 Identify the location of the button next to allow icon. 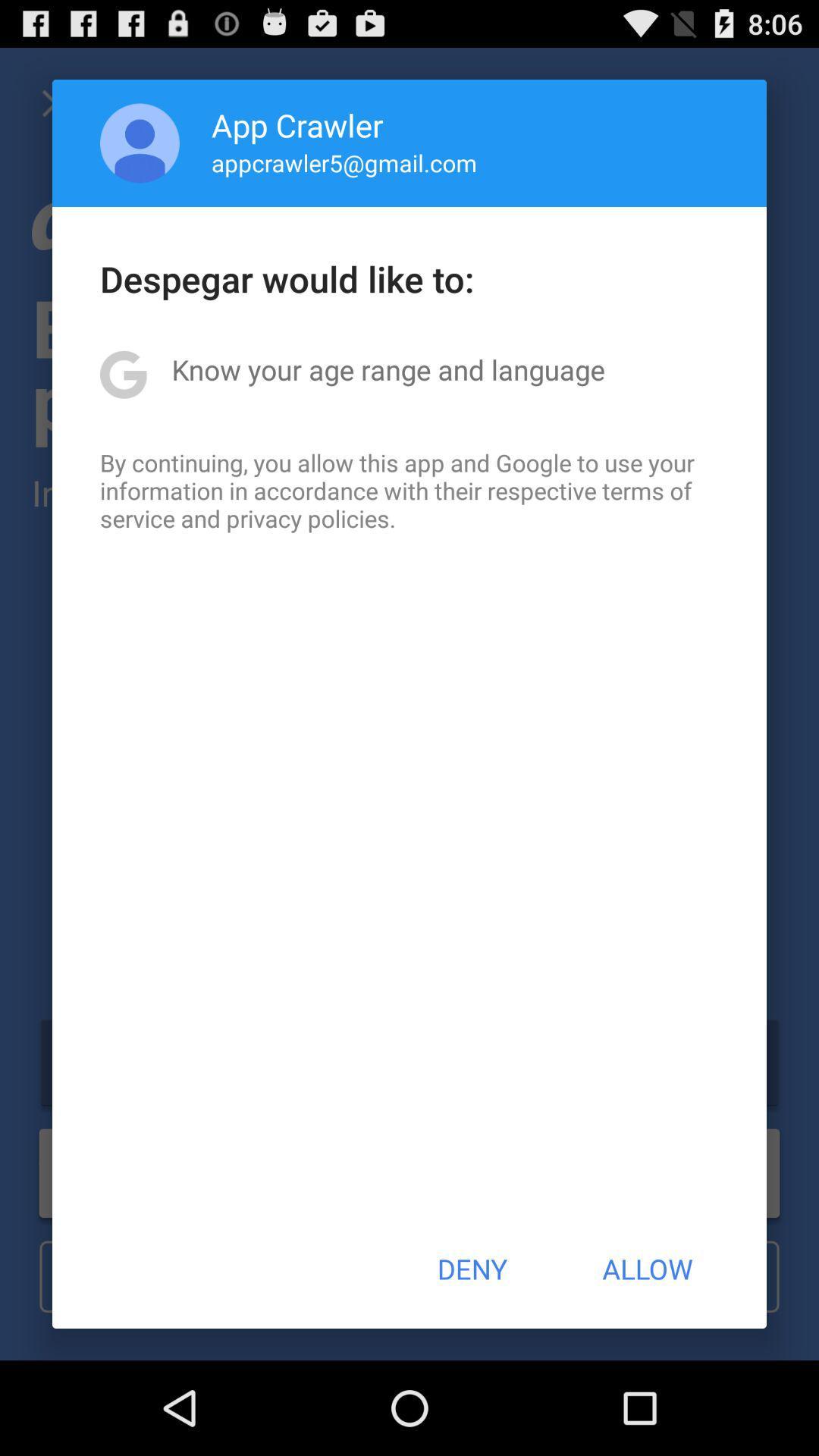
(471, 1269).